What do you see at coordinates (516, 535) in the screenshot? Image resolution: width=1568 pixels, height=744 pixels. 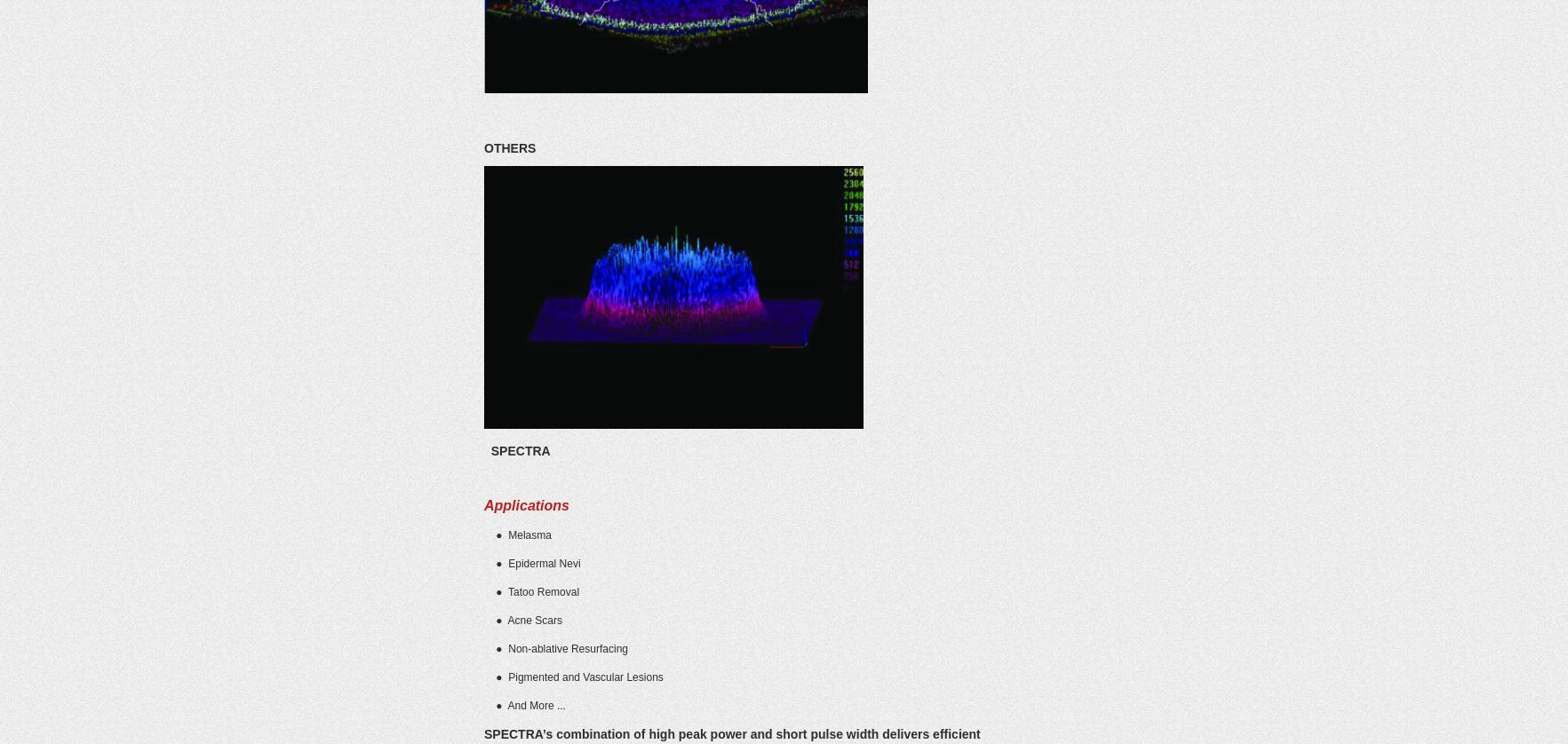 I see `'●  Melasma'` at bounding box center [516, 535].